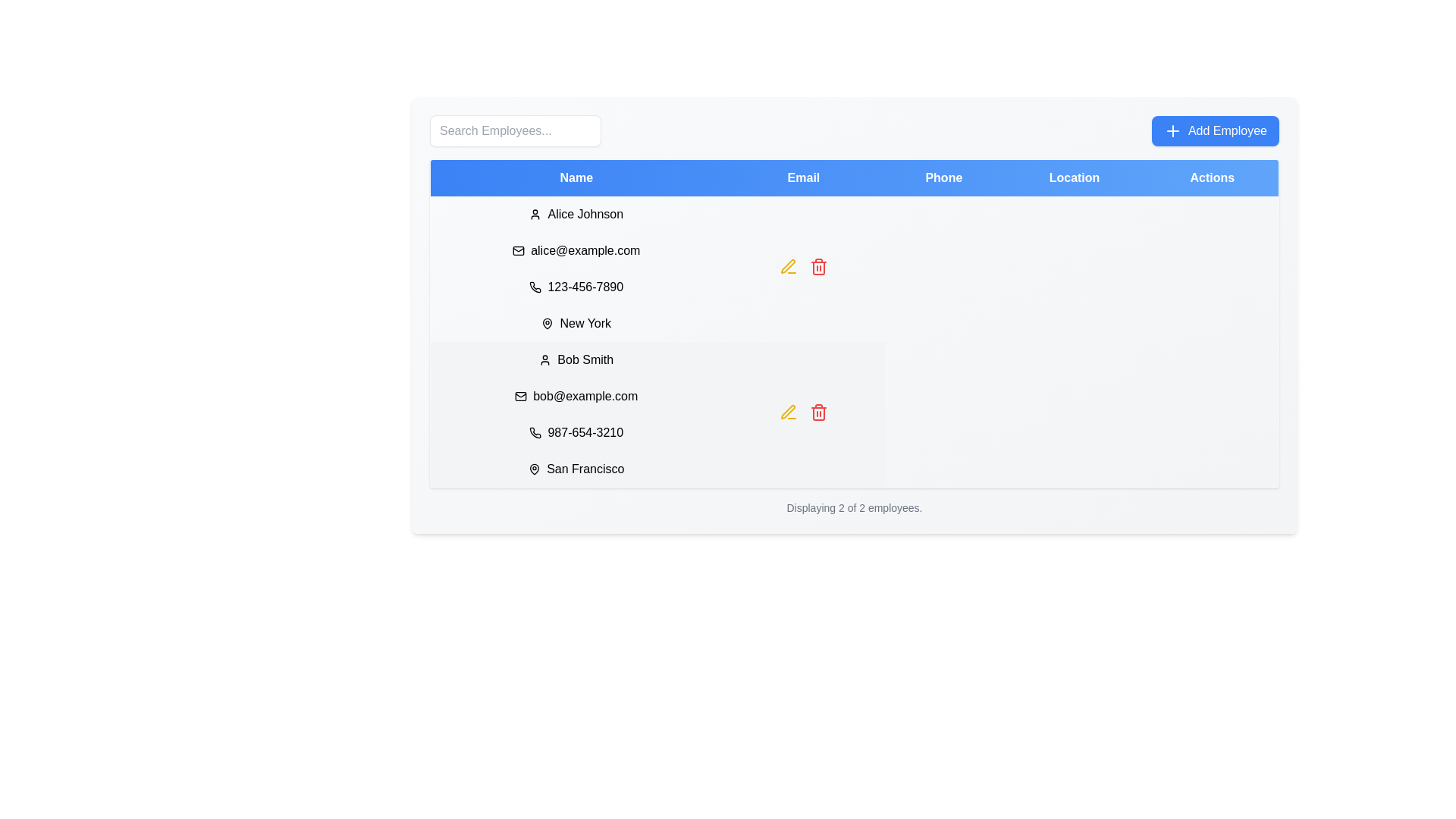 Image resolution: width=1456 pixels, height=819 pixels. What do you see at coordinates (576, 323) in the screenshot?
I see `the 'New York' text with pin icon located in the fourth row under the 'Location' column of the table, which follows the details of 'Alice Johnson'` at bounding box center [576, 323].